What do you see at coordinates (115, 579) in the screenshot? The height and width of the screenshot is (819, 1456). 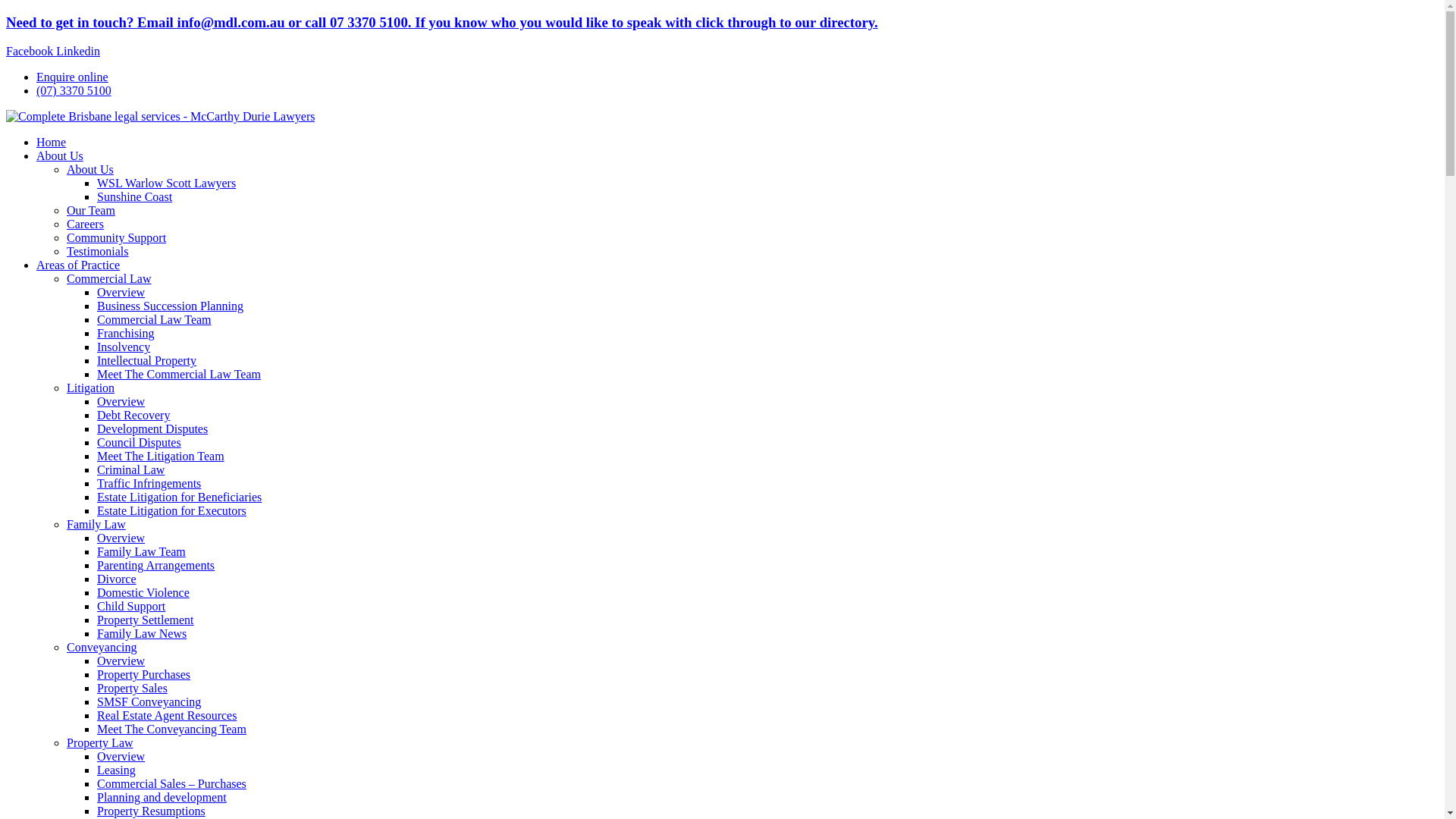 I see `'Divorce'` at bounding box center [115, 579].